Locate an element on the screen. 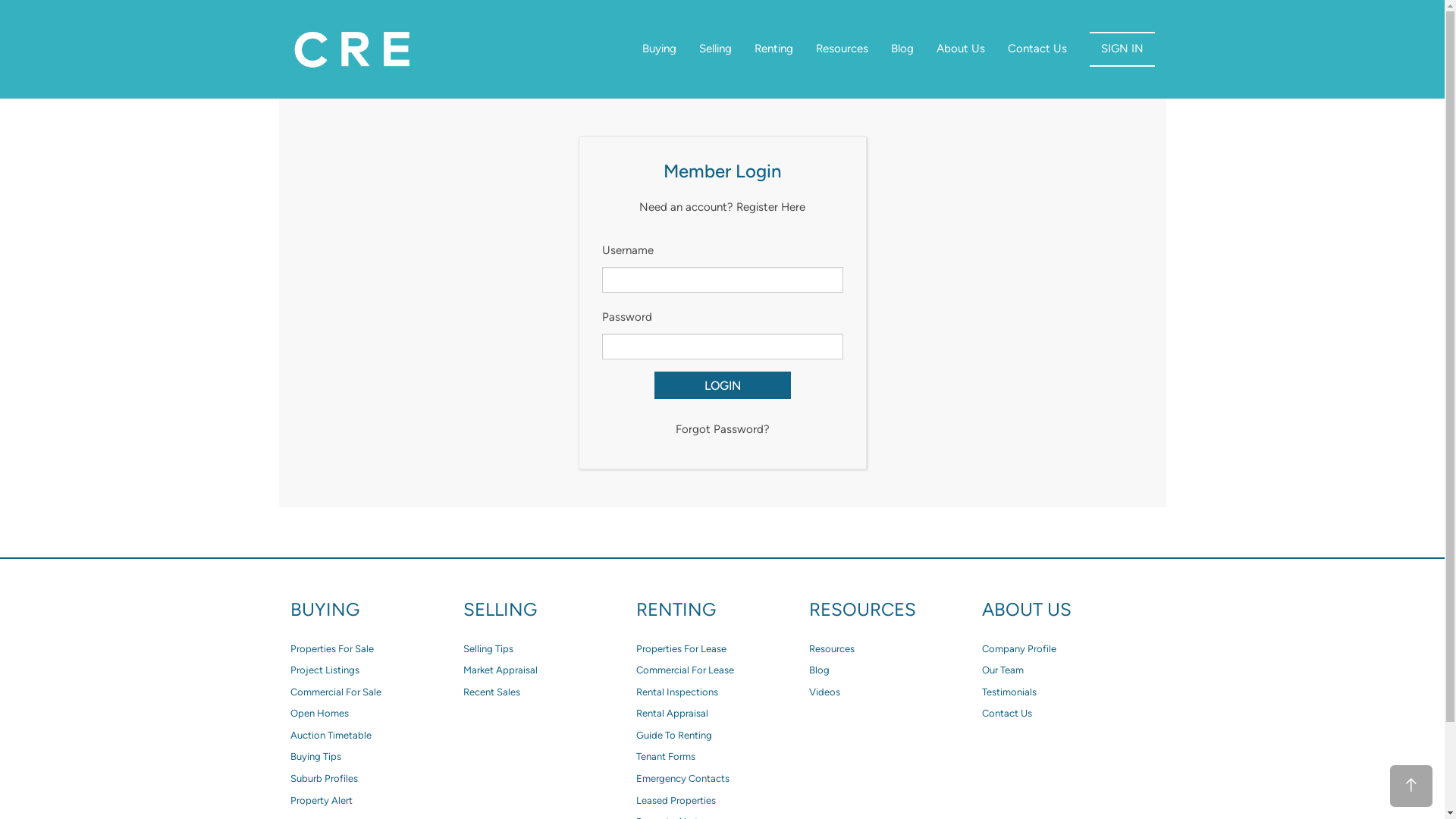  'Rental Appraisal' is located at coordinates (720, 714).